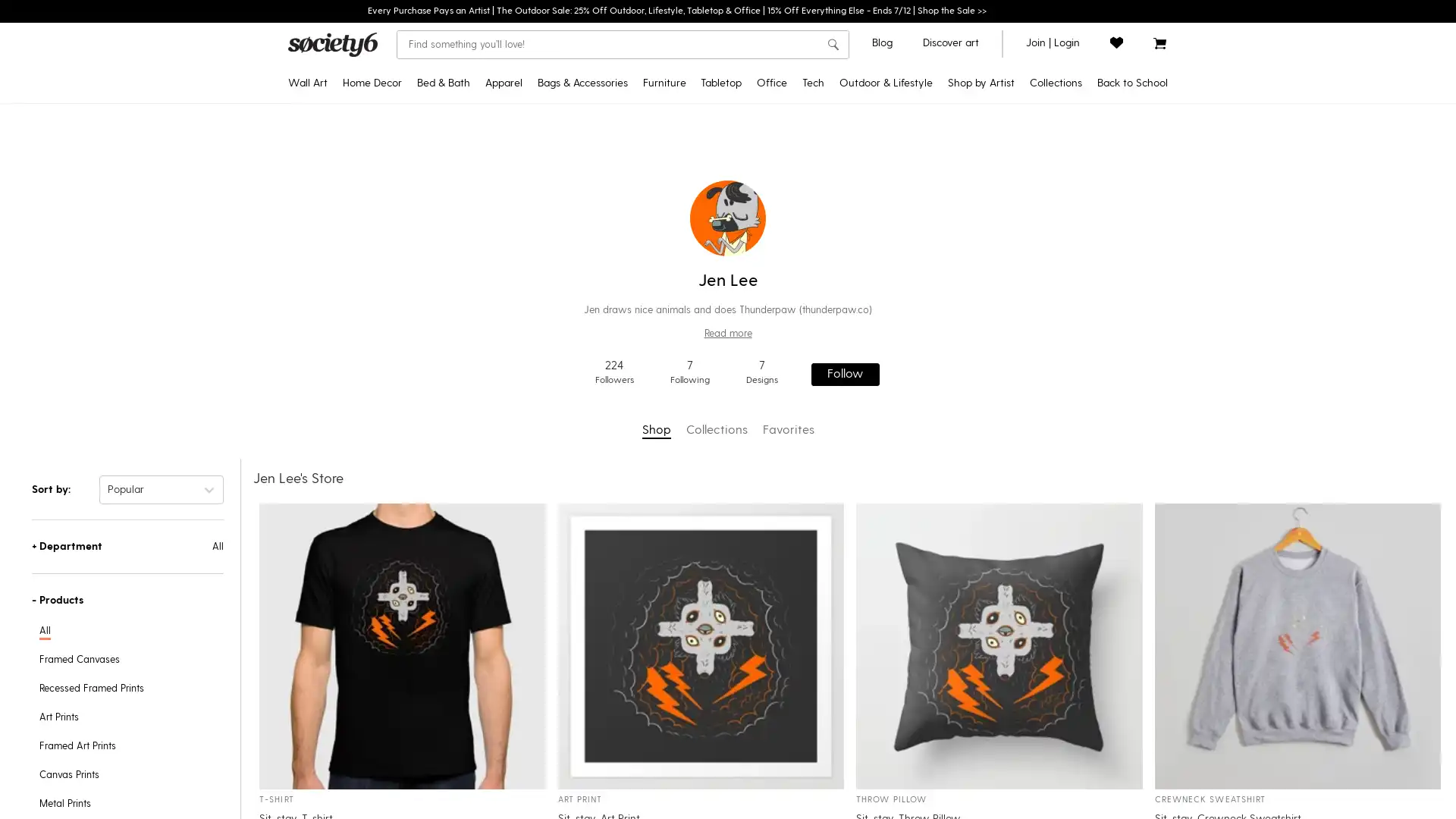 This screenshot has height=819, width=1456. What do you see at coordinates (664, 83) in the screenshot?
I see `Furniture` at bounding box center [664, 83].